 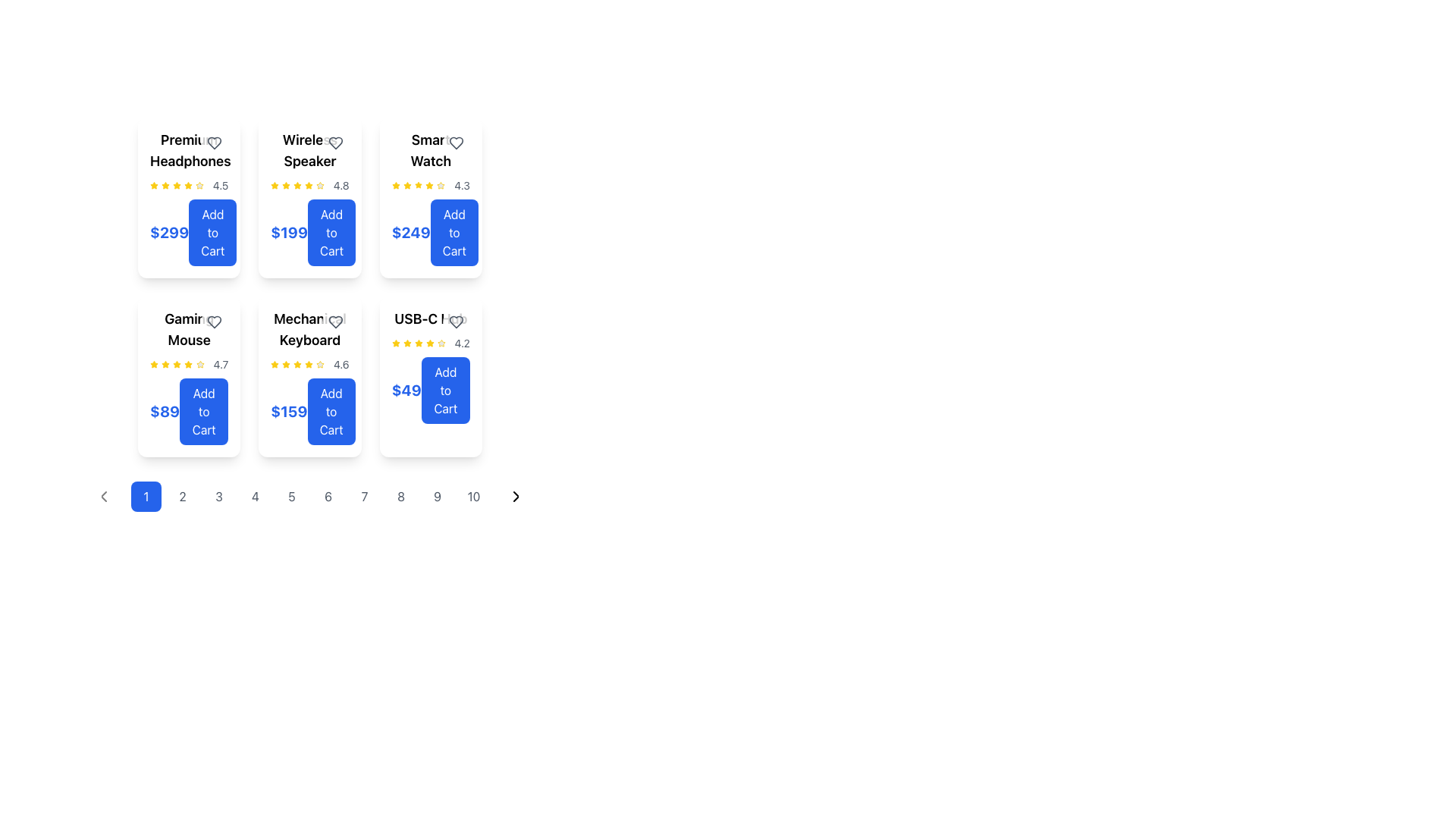 What do you see at coordinates (199, 365) in the screenshot?
I see `the last star icon in the rating system under the 'Gaming Mouse' card to potentially interact with it` at bounding box center [199, 365].